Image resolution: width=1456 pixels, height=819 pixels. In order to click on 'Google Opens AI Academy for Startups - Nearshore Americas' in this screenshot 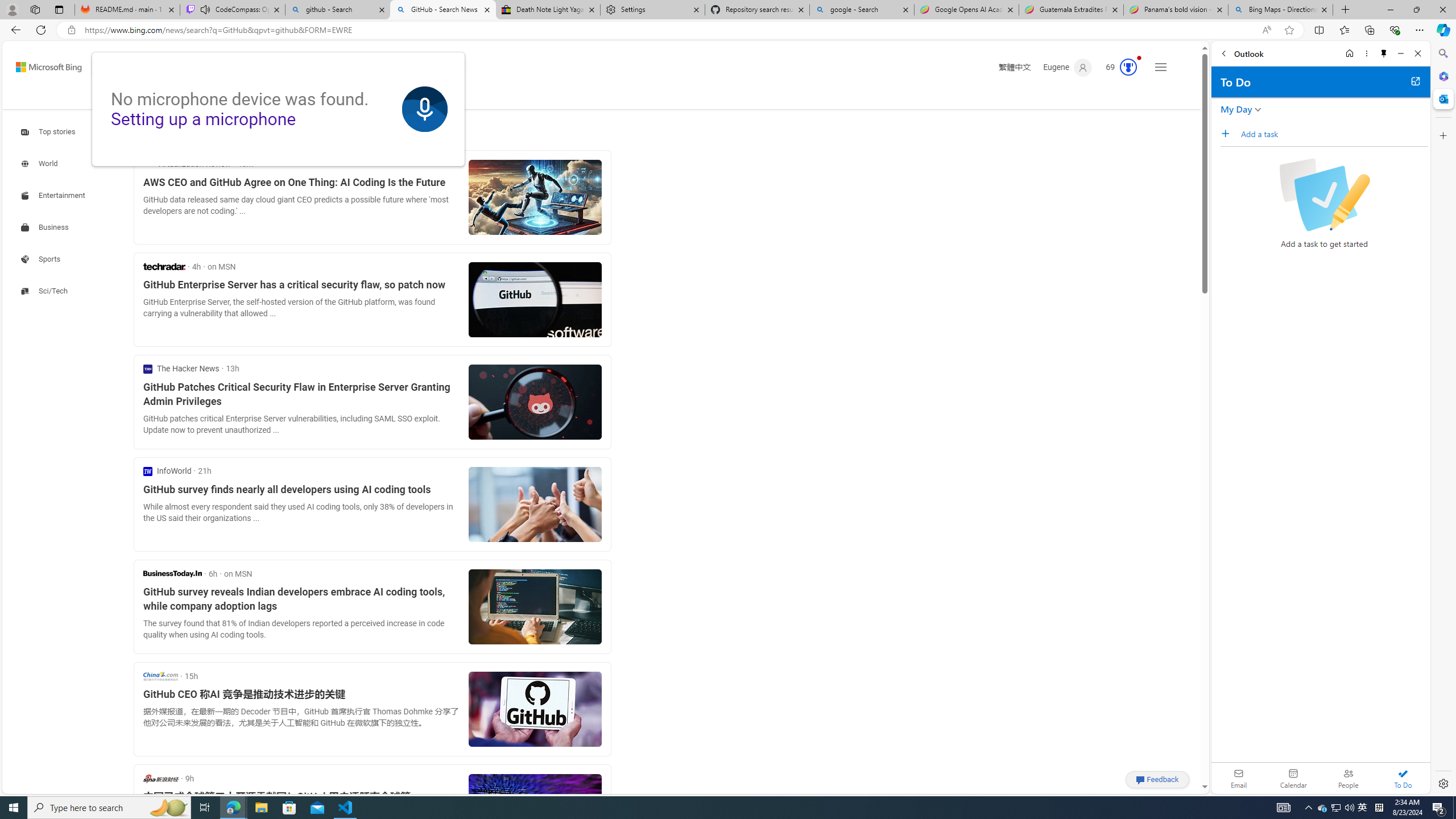, I will do `click(966, 9)`.